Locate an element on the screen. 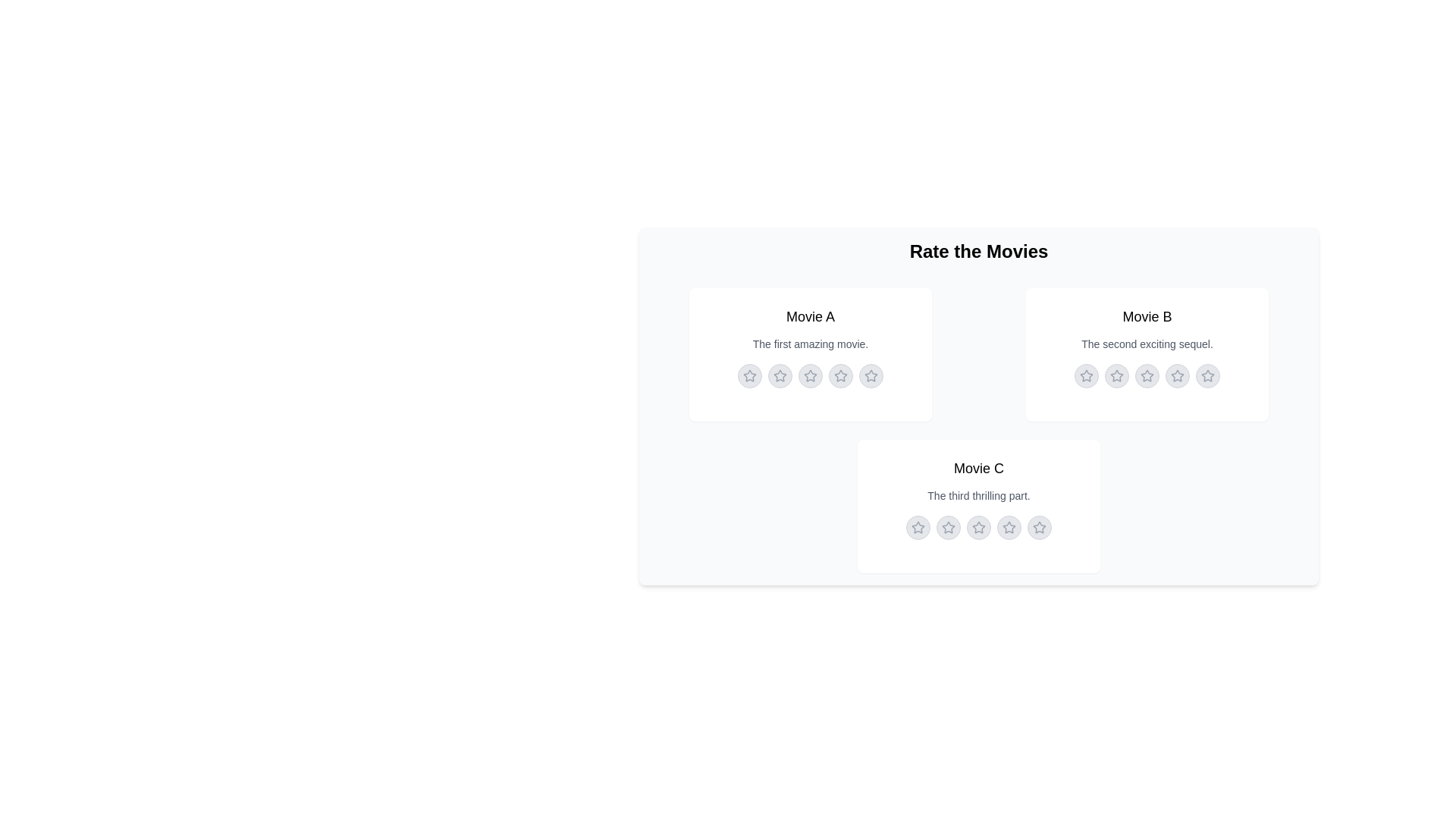 The height and width of the screenshot is (819, 1456). the fifth interactive rating icon (star) below the title 'Movie A' is located at coordinates (871, 375).